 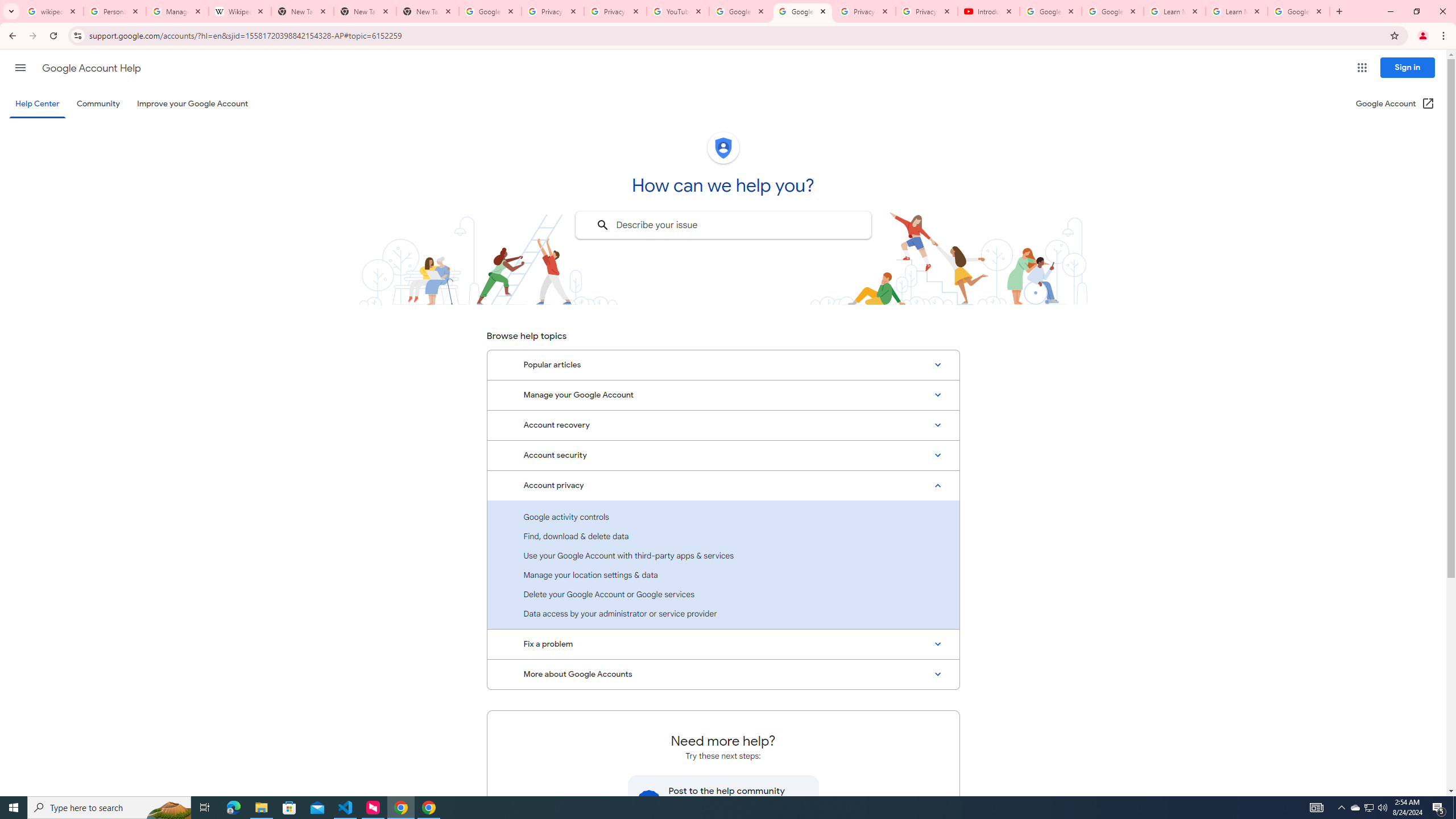 What do you see at coordinates (365, 11) in the screenshot?
I see `'New Tab'` at bounding box center [365, 11].